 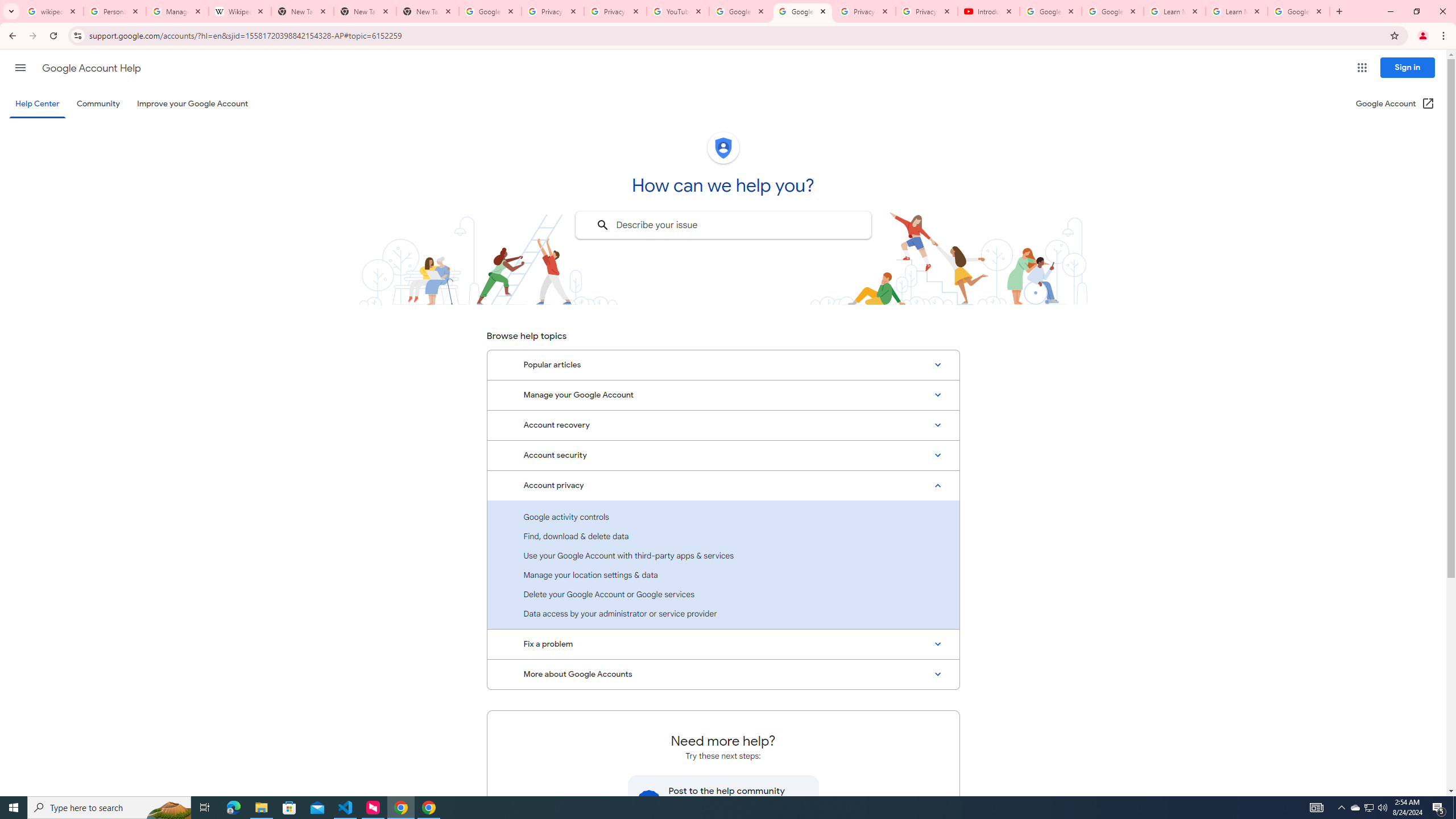 What do you see at coordinates (365, 11) in the screenshot?
I see `'New Tab'` at bounding box center [365, 11].